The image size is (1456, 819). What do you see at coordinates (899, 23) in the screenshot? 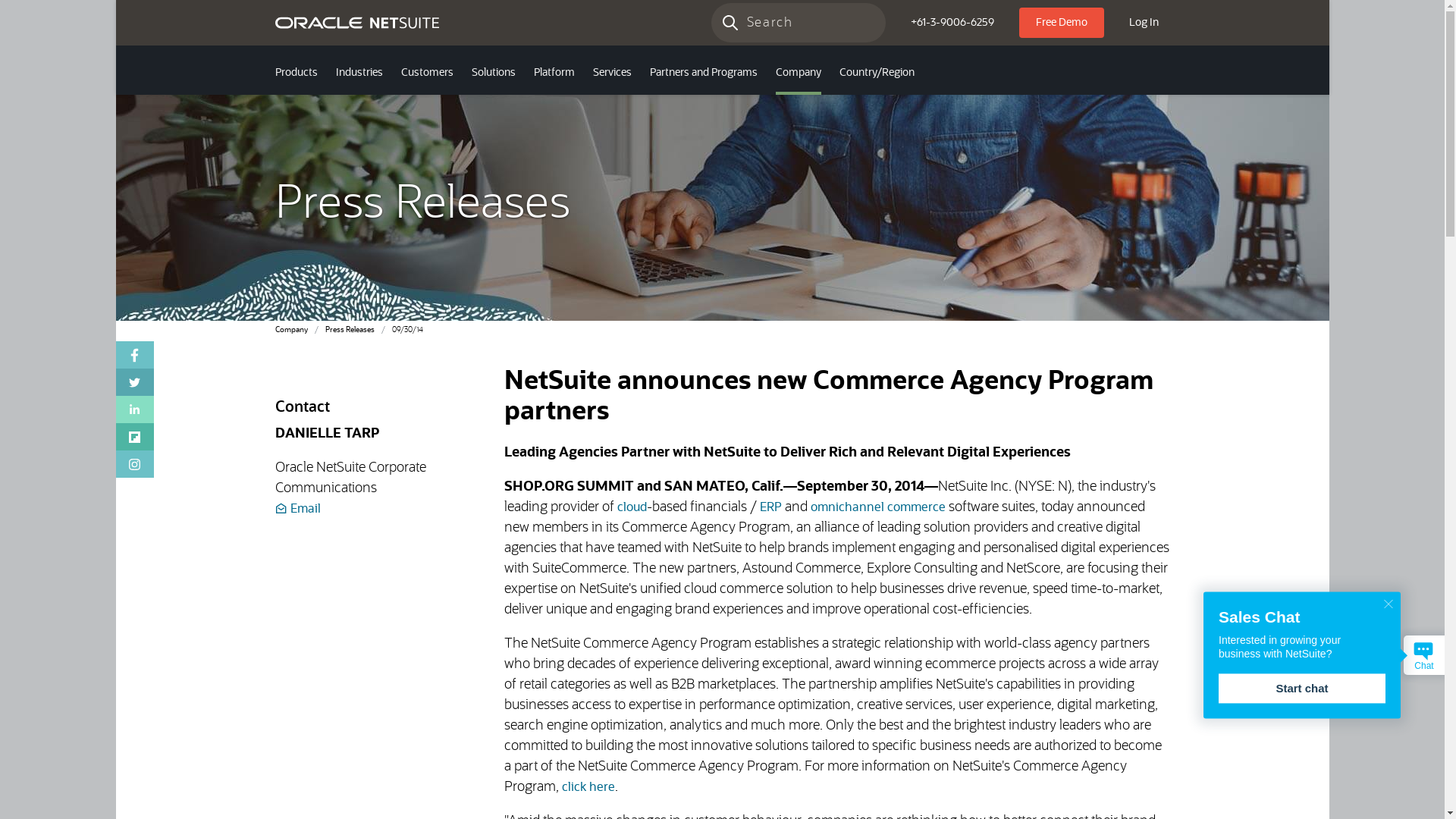
I see `'+61-3-9006-6259'` at bounding box center [899, 23].